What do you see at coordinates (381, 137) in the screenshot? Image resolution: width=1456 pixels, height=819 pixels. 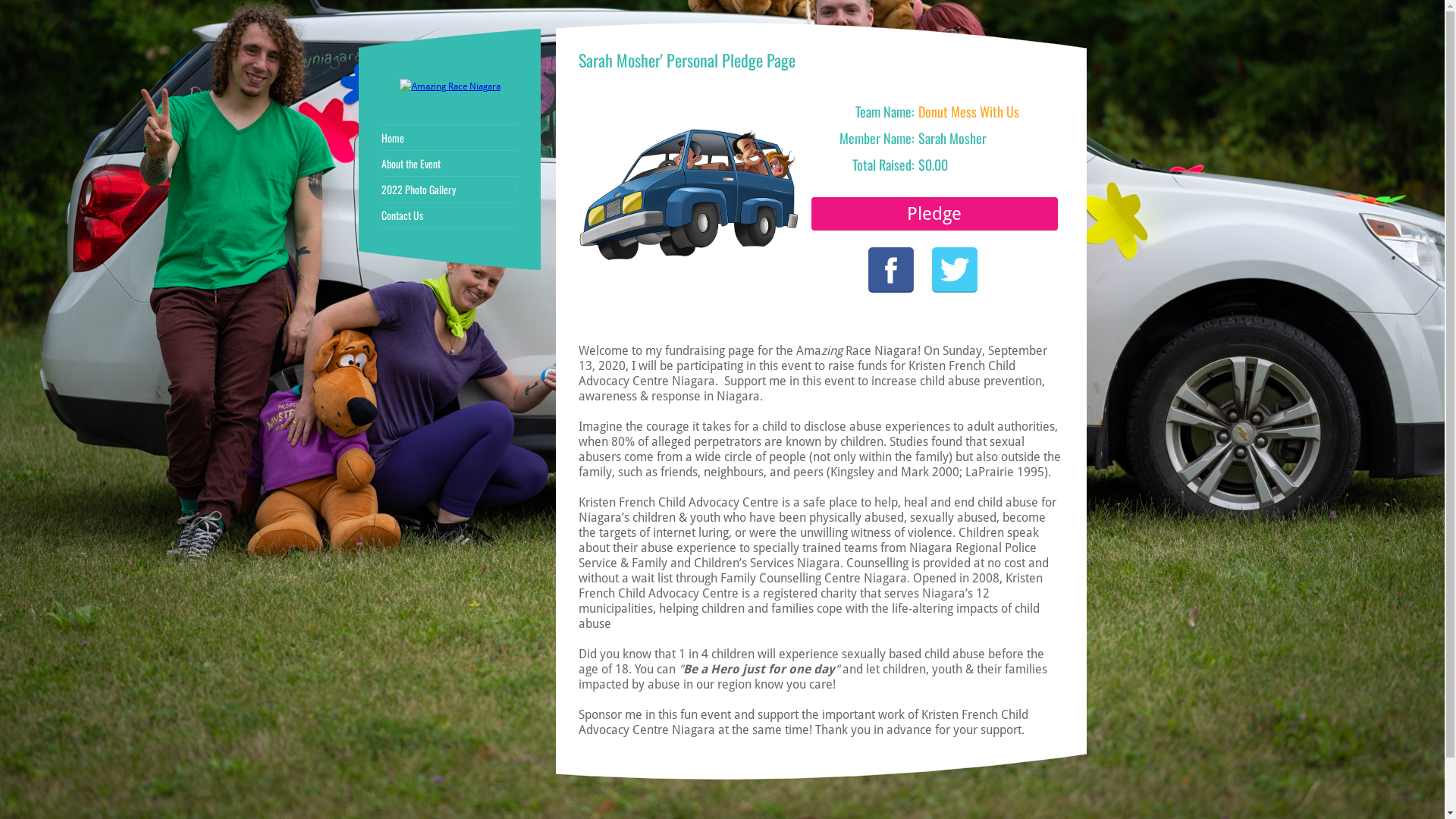 I see `'Home'` at bounding box center [381, 137].